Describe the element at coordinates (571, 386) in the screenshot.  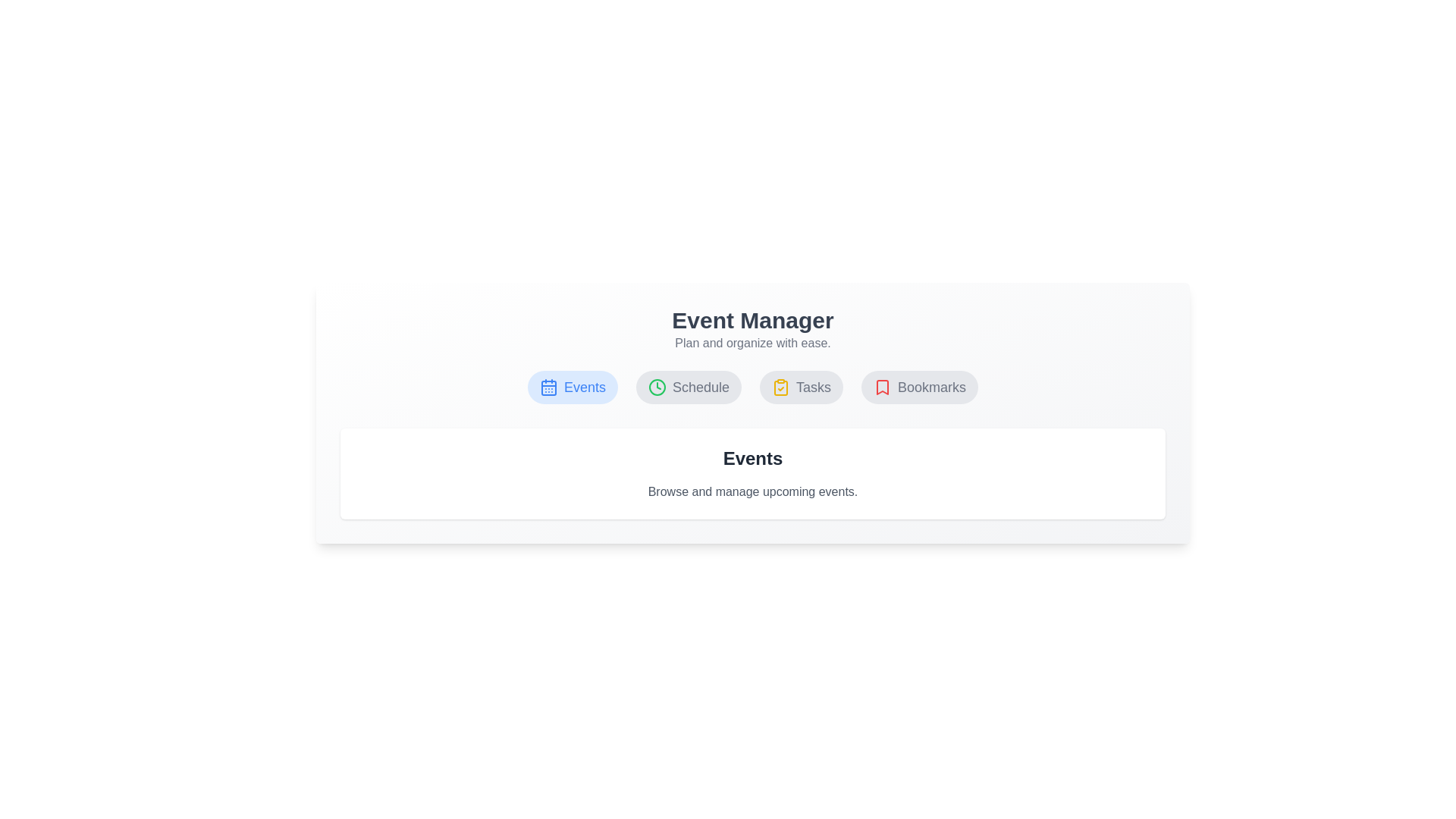
I see `the tab labeled Events` at that location.